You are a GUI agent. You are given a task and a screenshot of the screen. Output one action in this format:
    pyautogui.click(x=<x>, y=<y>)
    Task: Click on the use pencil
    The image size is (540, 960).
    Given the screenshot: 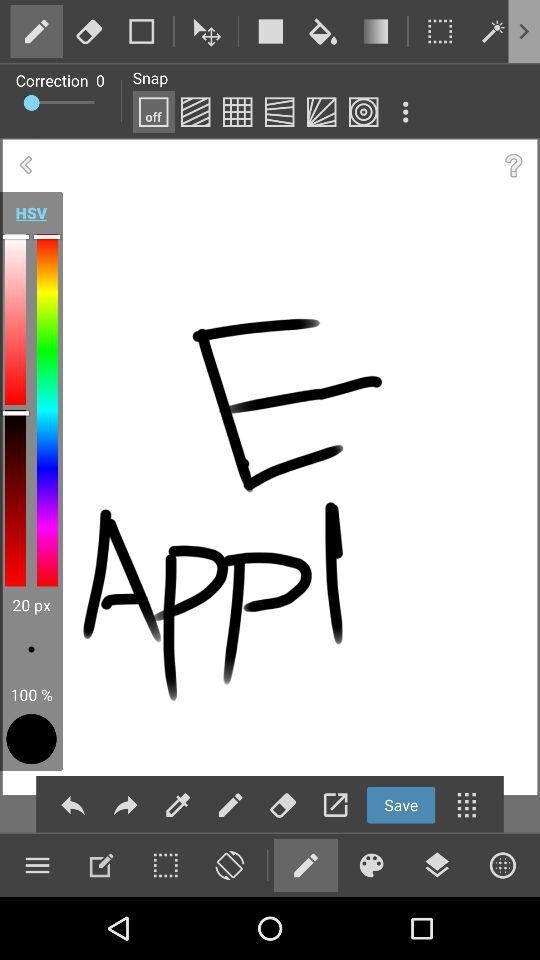 What is the action you would take?
    pyautogui.click(x=305, y=864)
    